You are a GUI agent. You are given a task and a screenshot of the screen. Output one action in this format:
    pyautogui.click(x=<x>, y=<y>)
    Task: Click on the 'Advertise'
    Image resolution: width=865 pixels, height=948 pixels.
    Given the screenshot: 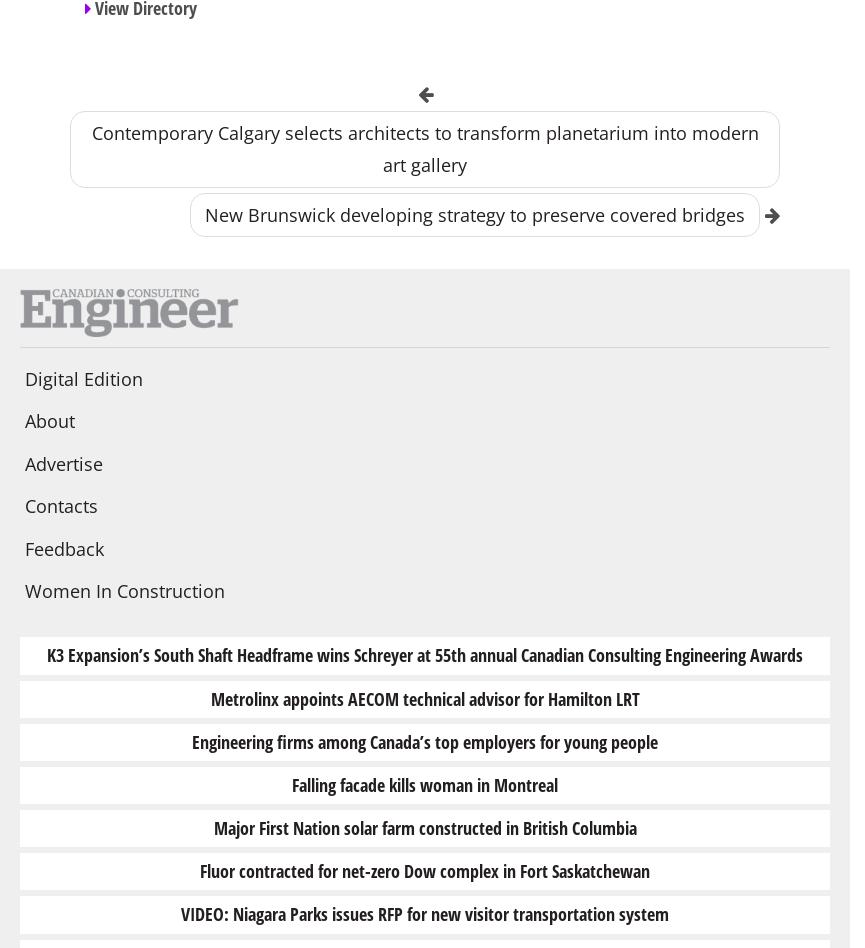 What is the action you would take?
    pyautogui.click(x=64, y=462)
    